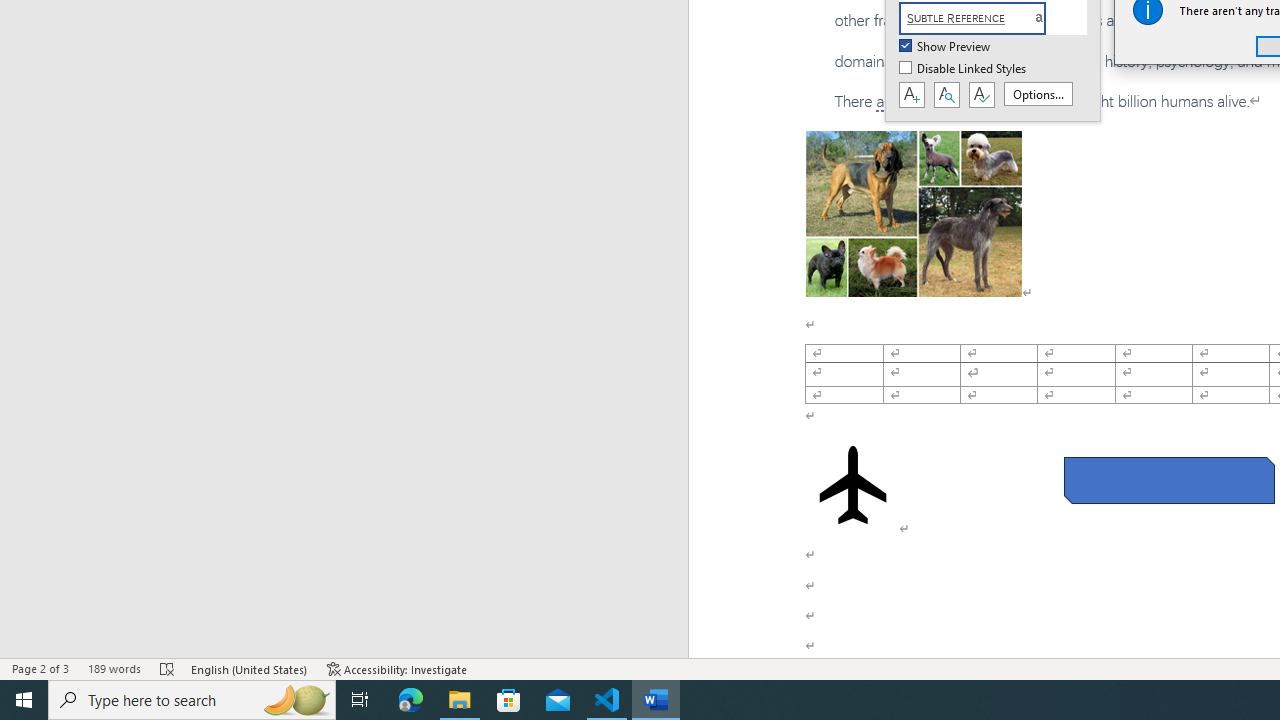 The width and height of the screenshot is (1280, 720). I want to click on 'Options...', so click(1038, 93).